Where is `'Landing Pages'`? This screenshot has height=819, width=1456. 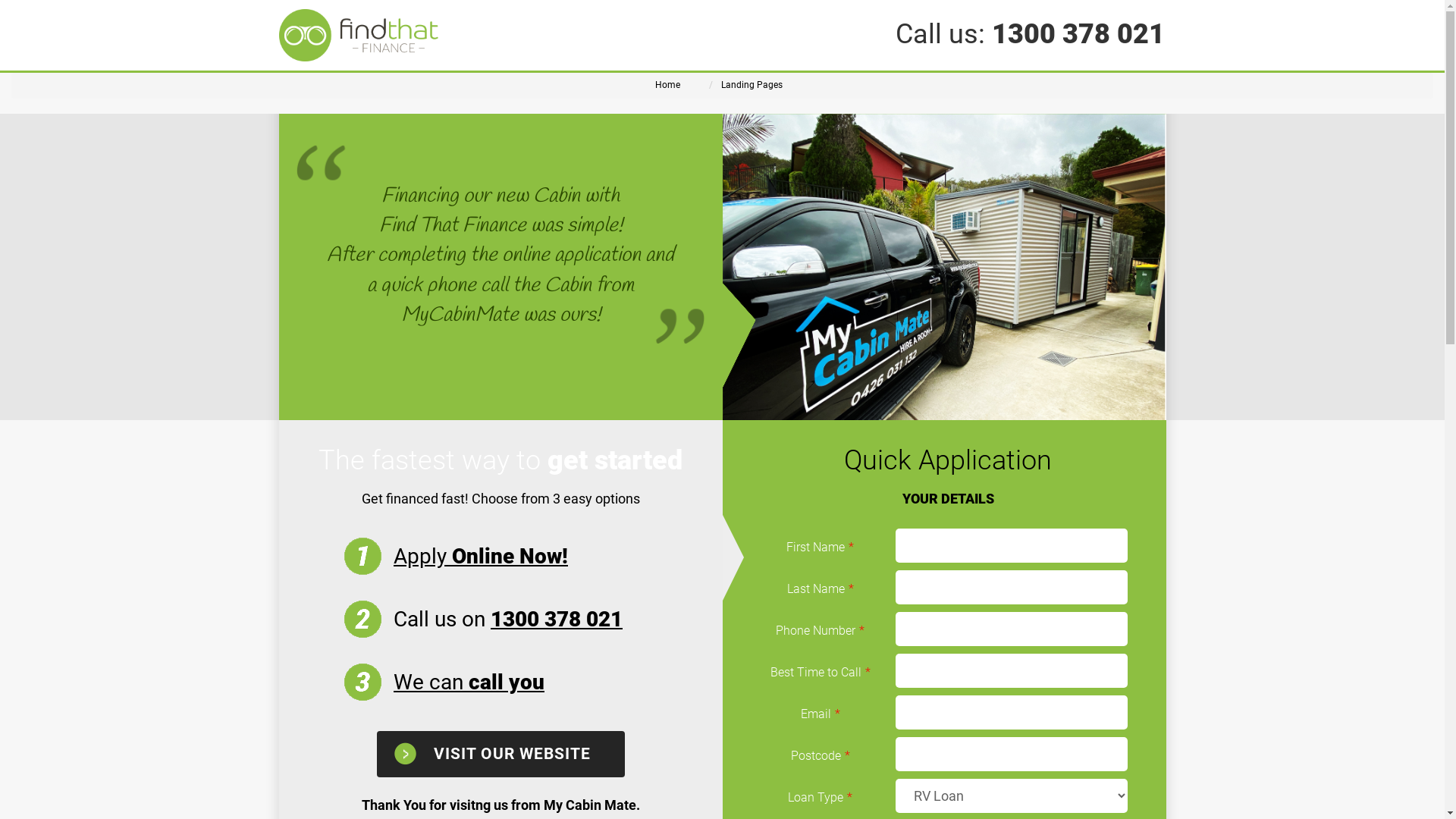
'Landing Pages' is located at coordinates (751, 84).